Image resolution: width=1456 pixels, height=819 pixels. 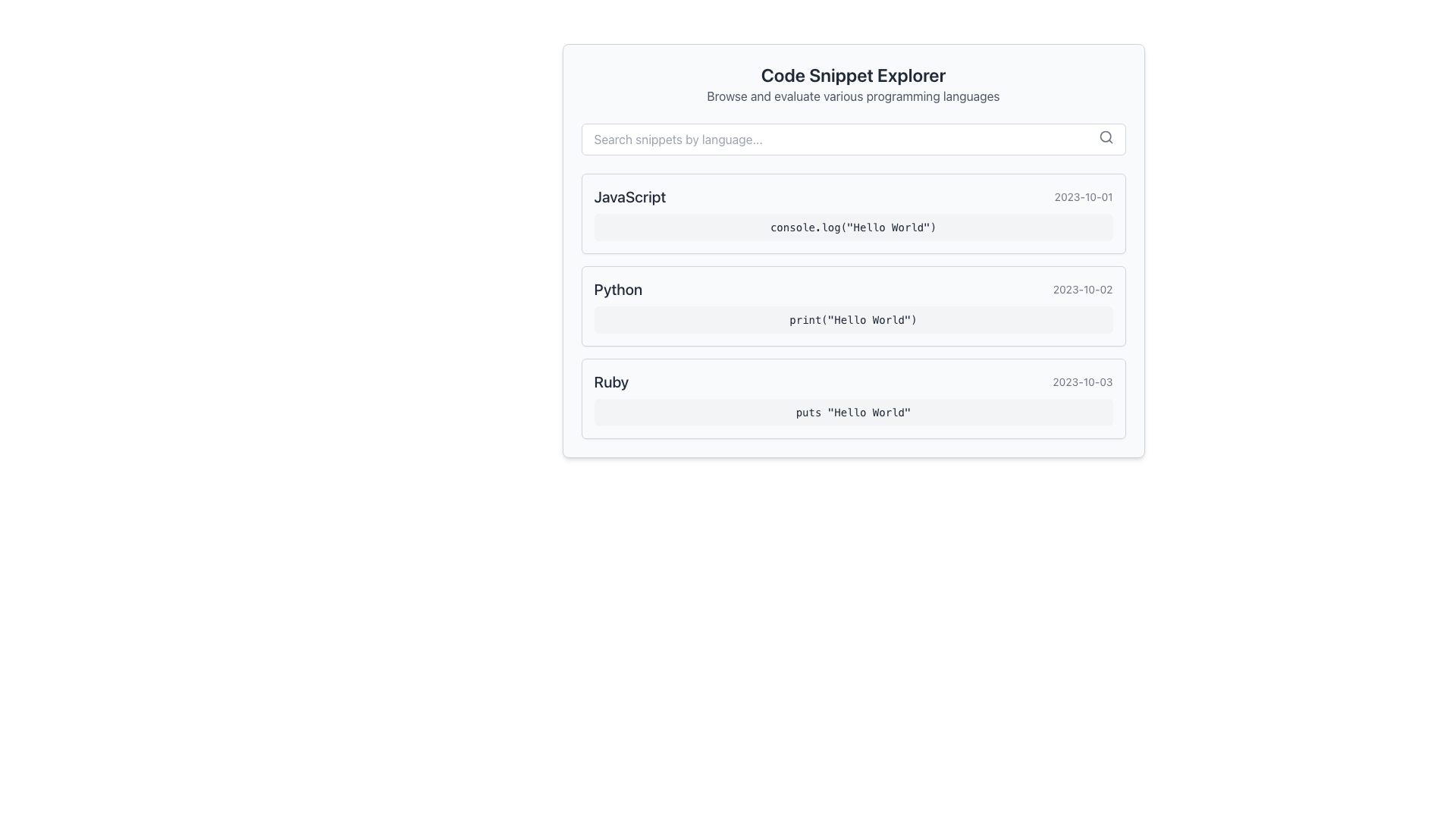 What do you see at coordinates (853, 412) in the screenshot?
I see `text content displayed in the Ruby programming example located in the Code Snippet Explorer interface, below the title 'Ruby' and adjacent to the date '2023-10-03'` at bounding box center [853, 412].